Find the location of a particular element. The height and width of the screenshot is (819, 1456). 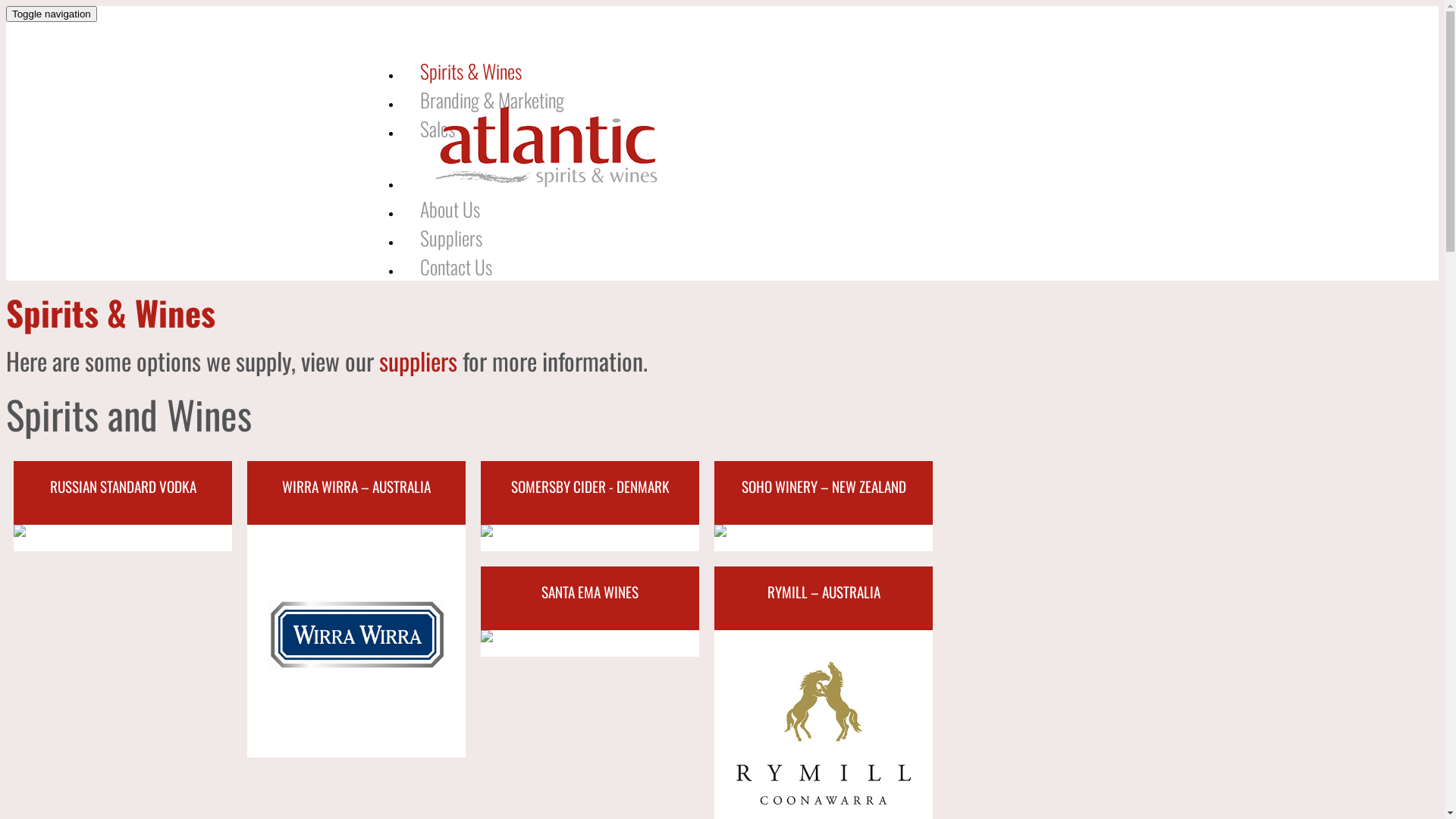

'Spirits & Wines' is located at coordinates (400, 70).